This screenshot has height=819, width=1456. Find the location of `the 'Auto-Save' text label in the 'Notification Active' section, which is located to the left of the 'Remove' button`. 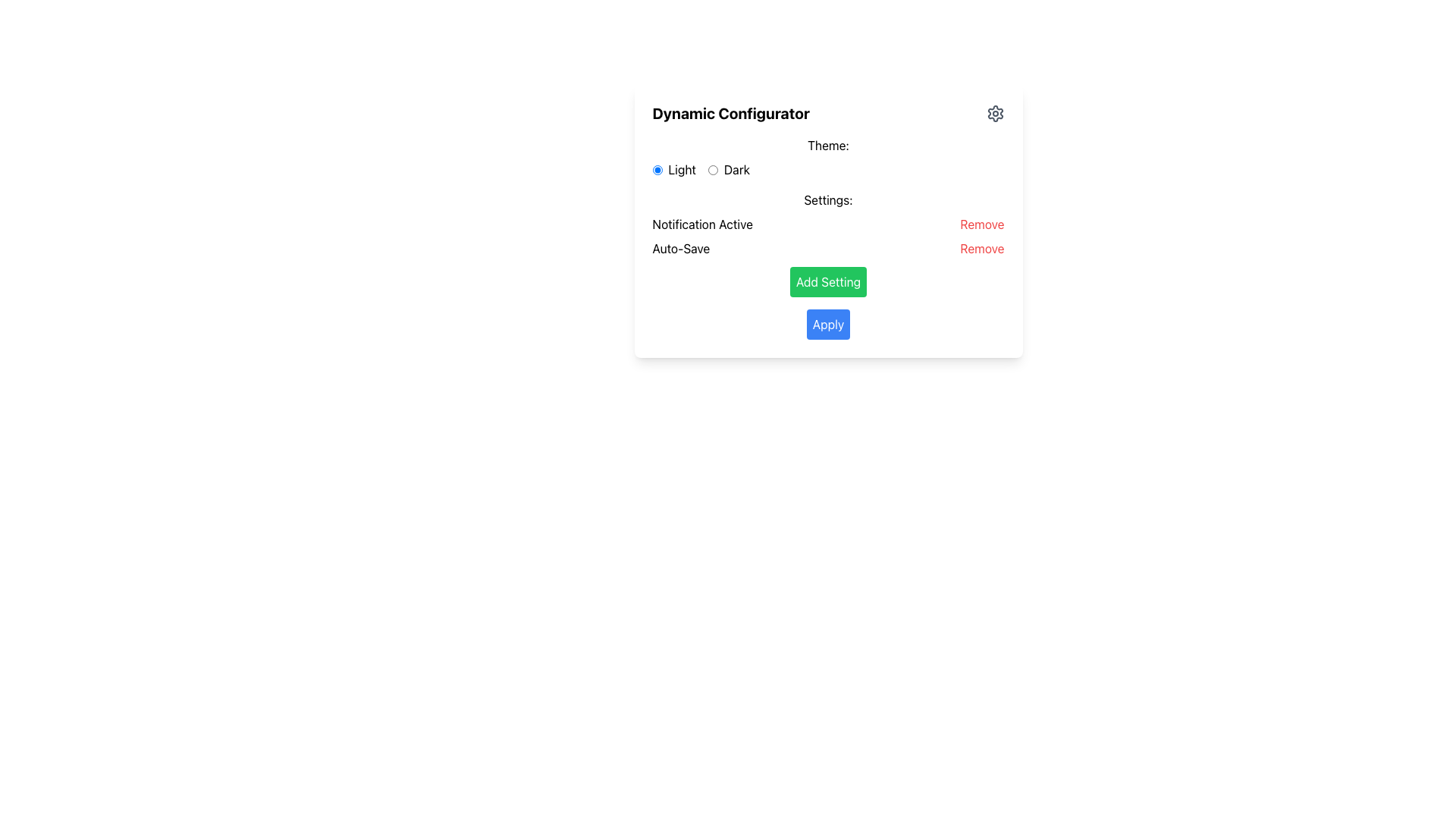

the 'Auto-Save' text label in the 'Notification Active' section, which is located to the left of the 'Remove' button is located at coordinates (680, 247).